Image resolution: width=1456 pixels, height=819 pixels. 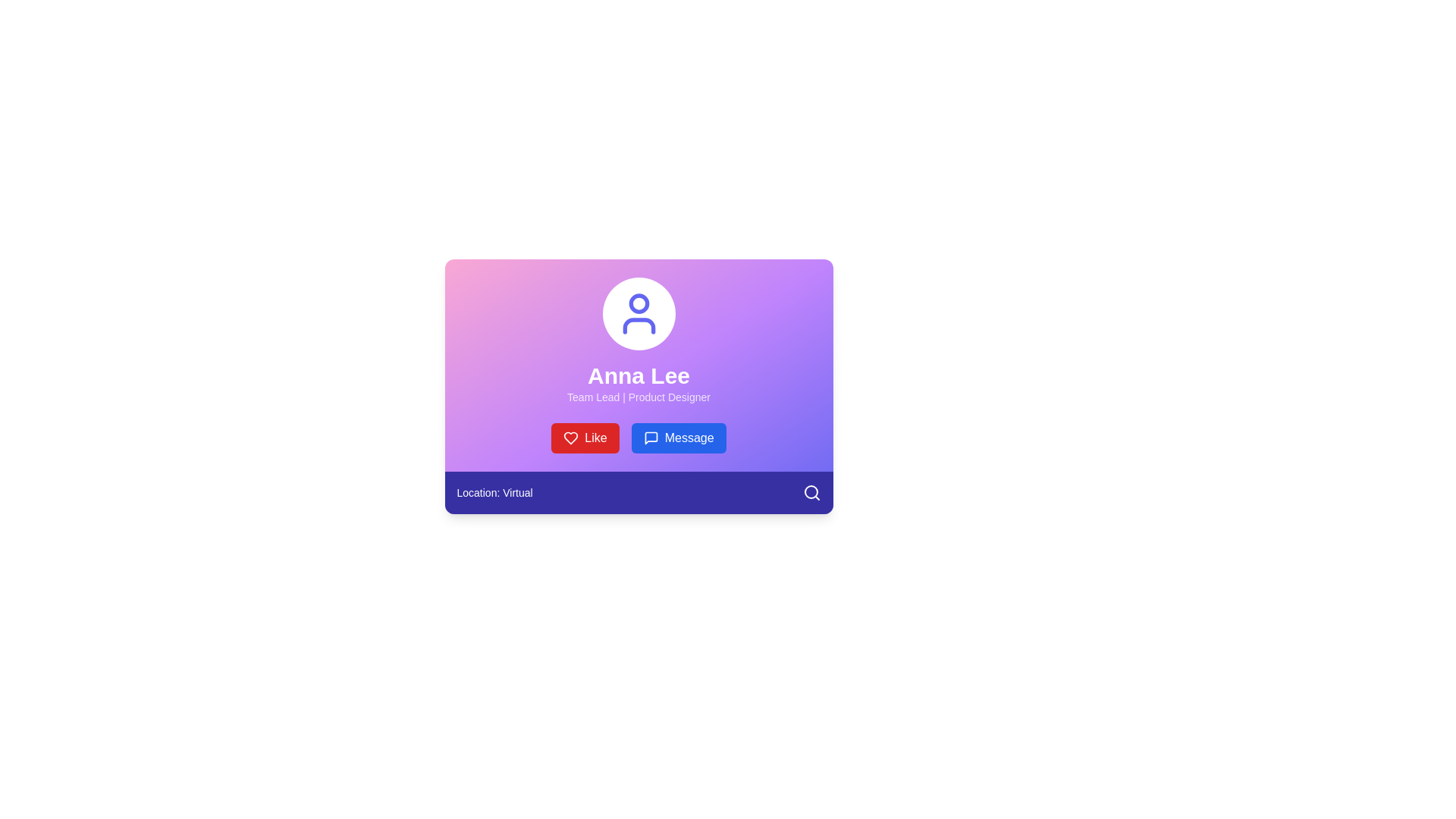 What do you see at coordinates (810, 491) in the screenshot?
I see `the circular part of the magnifying glass icon located in the lower right corner of the purple bar at the bottom of the card` at bounding box center [810, 491].